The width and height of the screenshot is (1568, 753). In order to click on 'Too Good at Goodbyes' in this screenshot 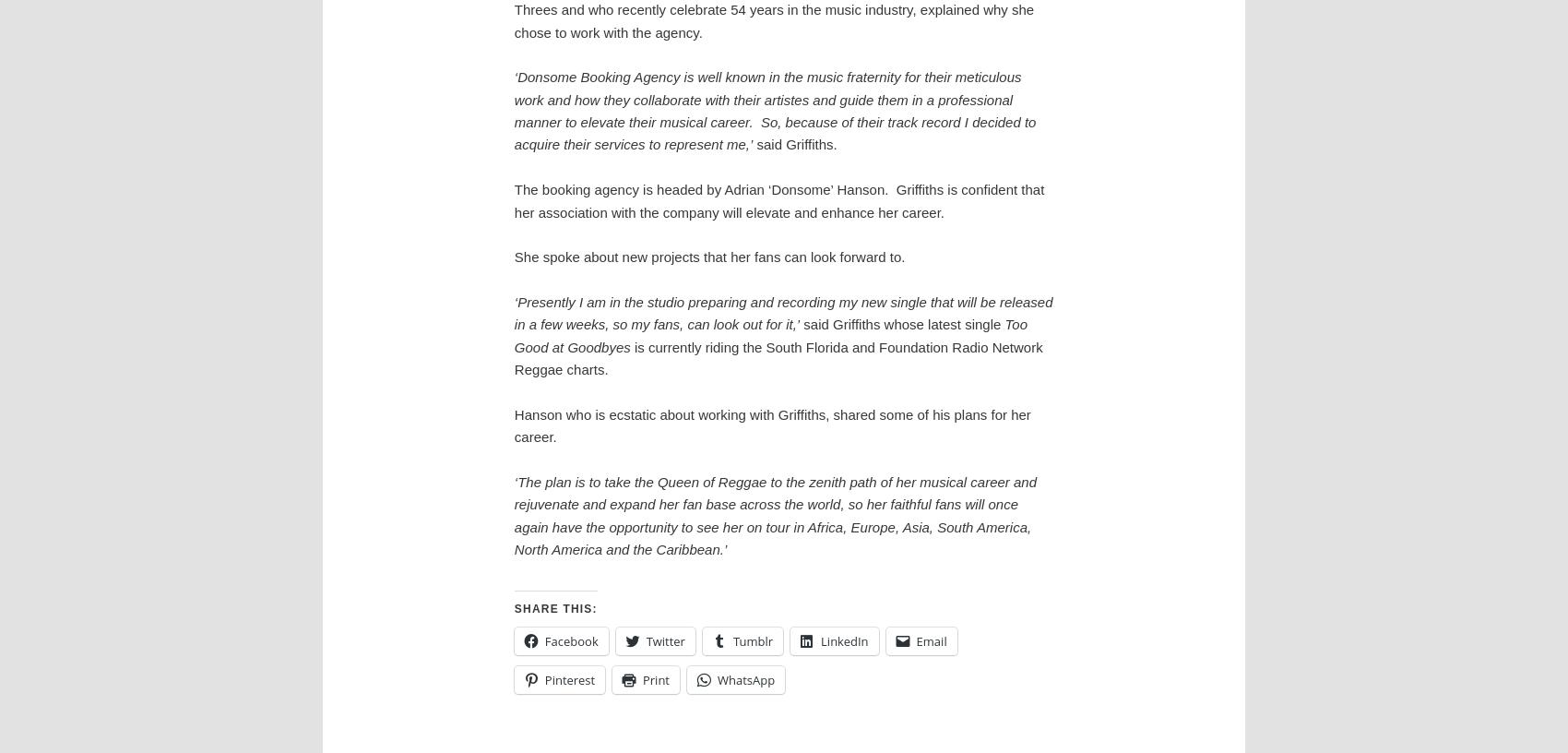, I will do `click(769, 335)`.